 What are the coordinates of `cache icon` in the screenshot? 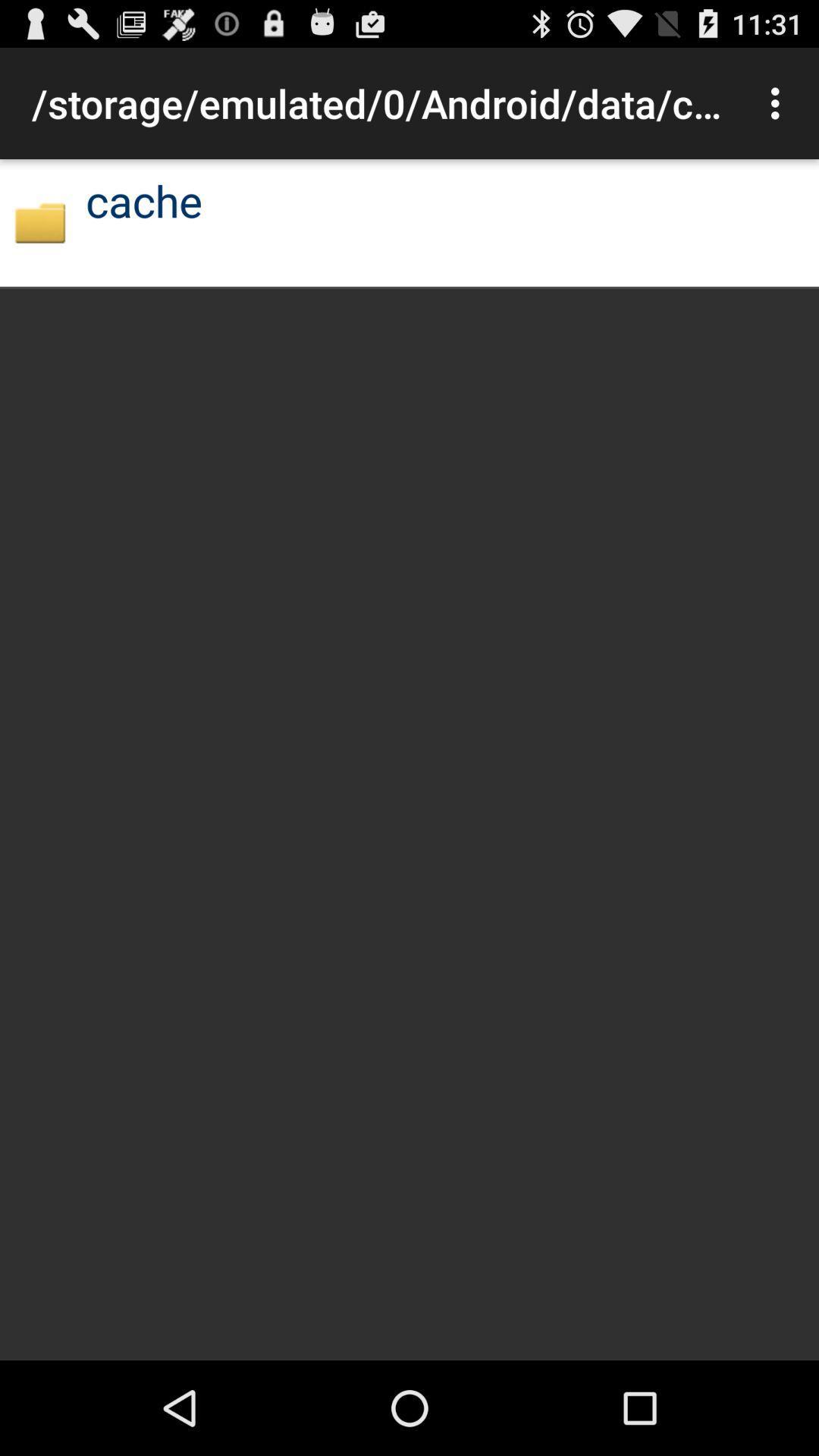 It's located at (144, 199).